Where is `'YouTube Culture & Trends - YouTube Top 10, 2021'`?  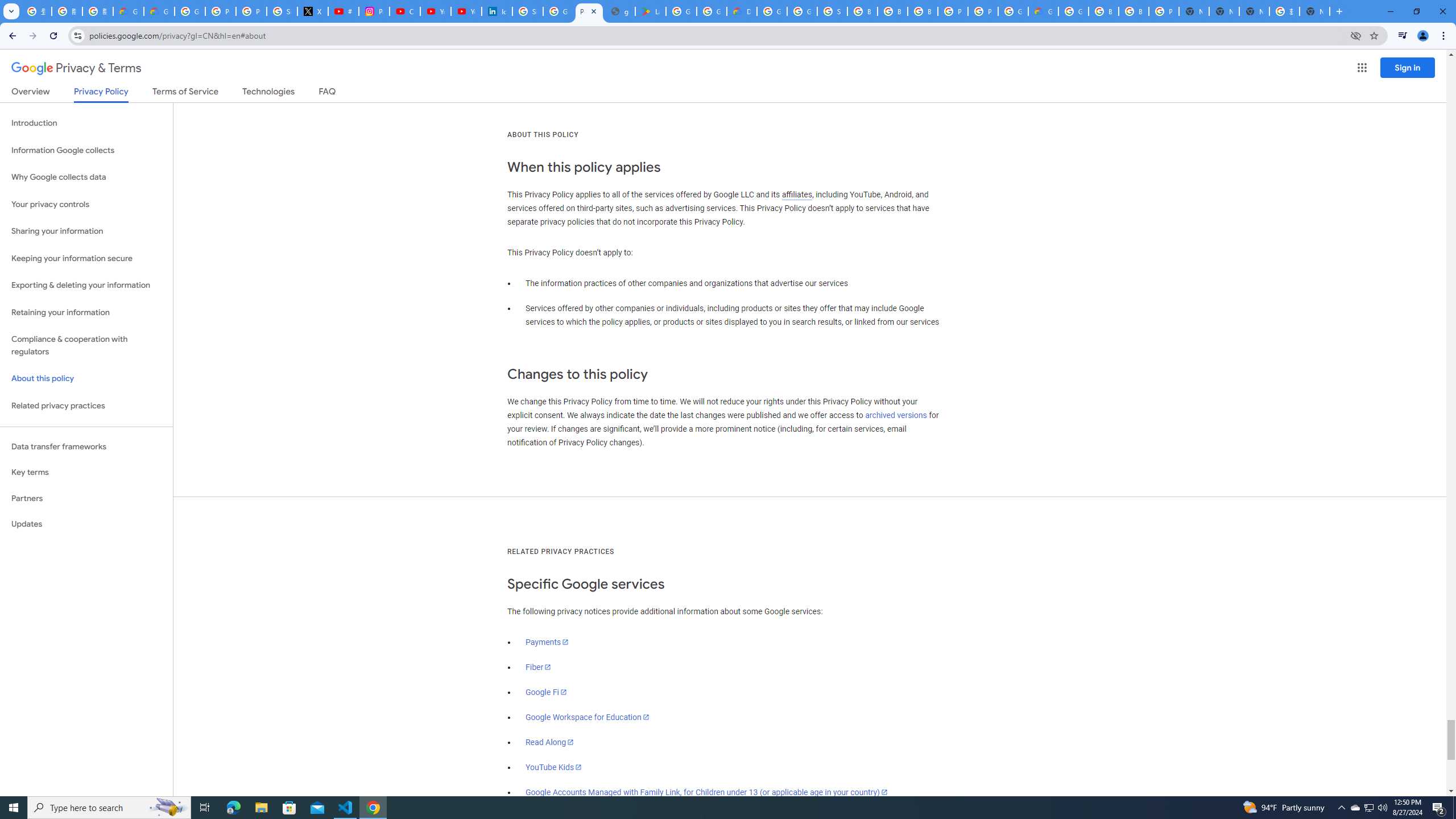
'YouTube Culture & Trends - YouTube Top 10, 2021' is located at coordinates (466, 11).